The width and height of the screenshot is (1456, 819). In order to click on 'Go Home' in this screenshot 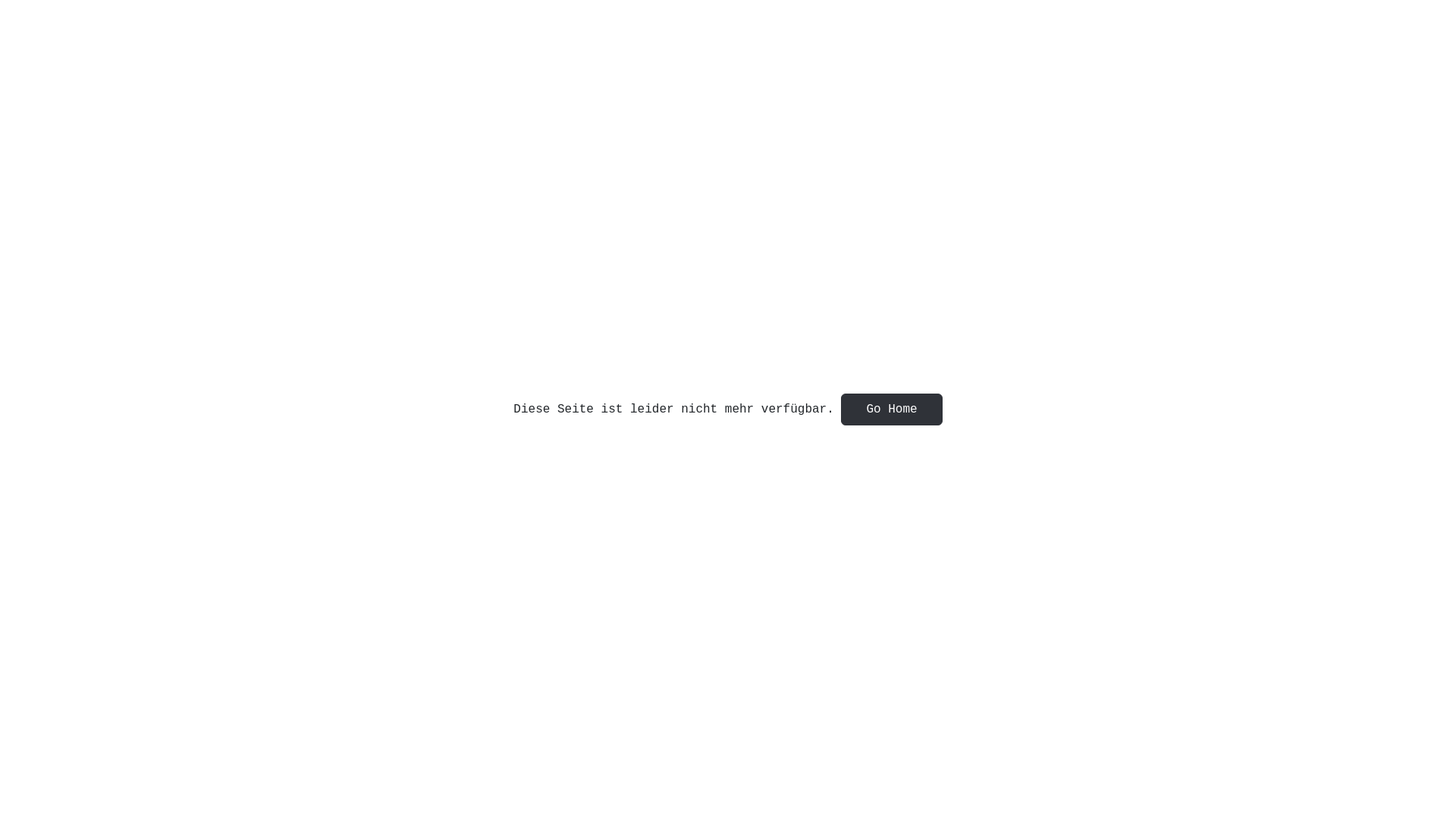, I will do `click(891, 409)`.